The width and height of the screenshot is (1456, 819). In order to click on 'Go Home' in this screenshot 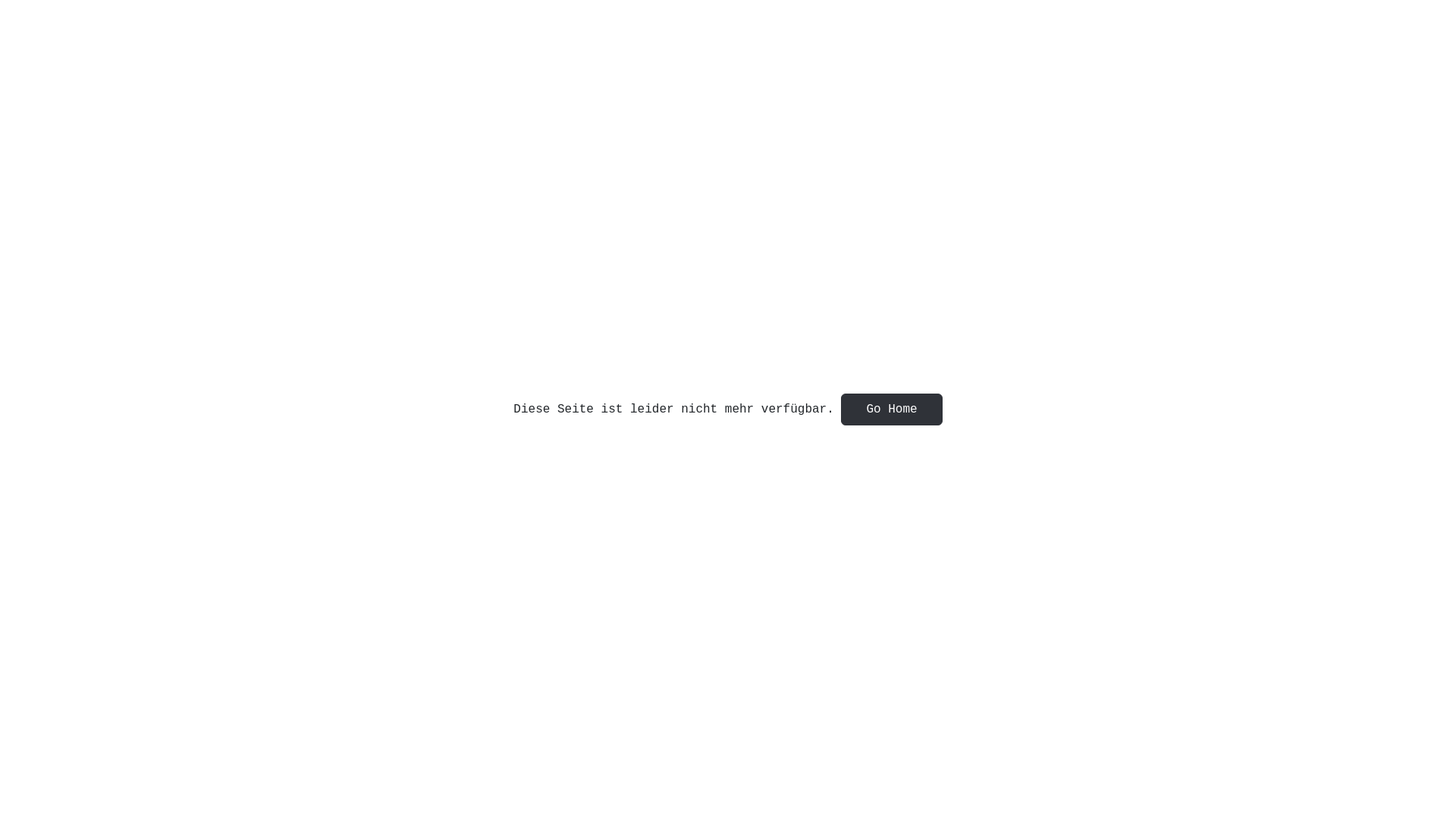, I will do `click(891, 409)`.